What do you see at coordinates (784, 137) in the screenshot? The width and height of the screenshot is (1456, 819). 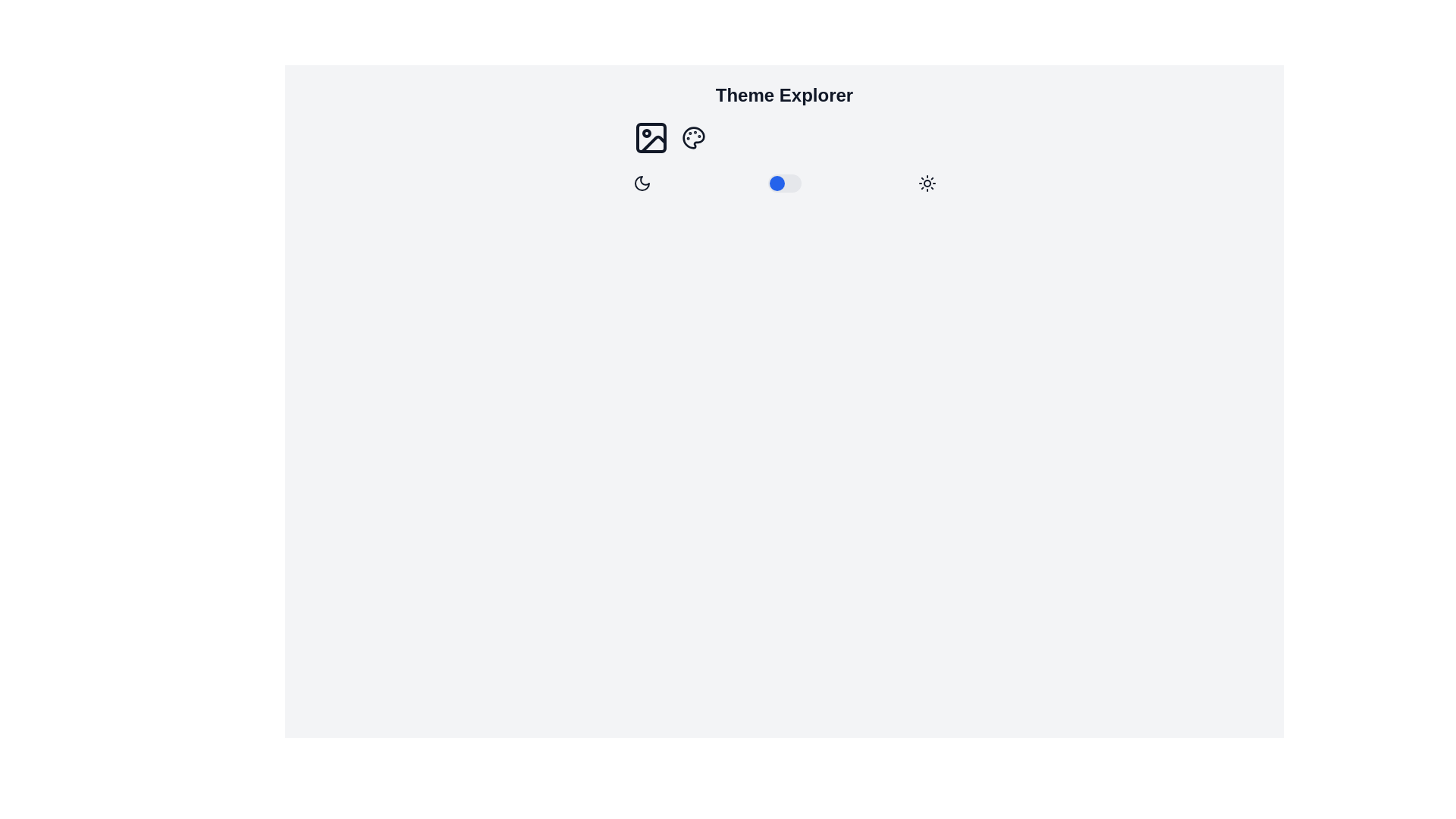 I see `the group of icons representing the theme exploration menu located directly below the 'Theme Explorer' title` at bounding box center [784, 137].